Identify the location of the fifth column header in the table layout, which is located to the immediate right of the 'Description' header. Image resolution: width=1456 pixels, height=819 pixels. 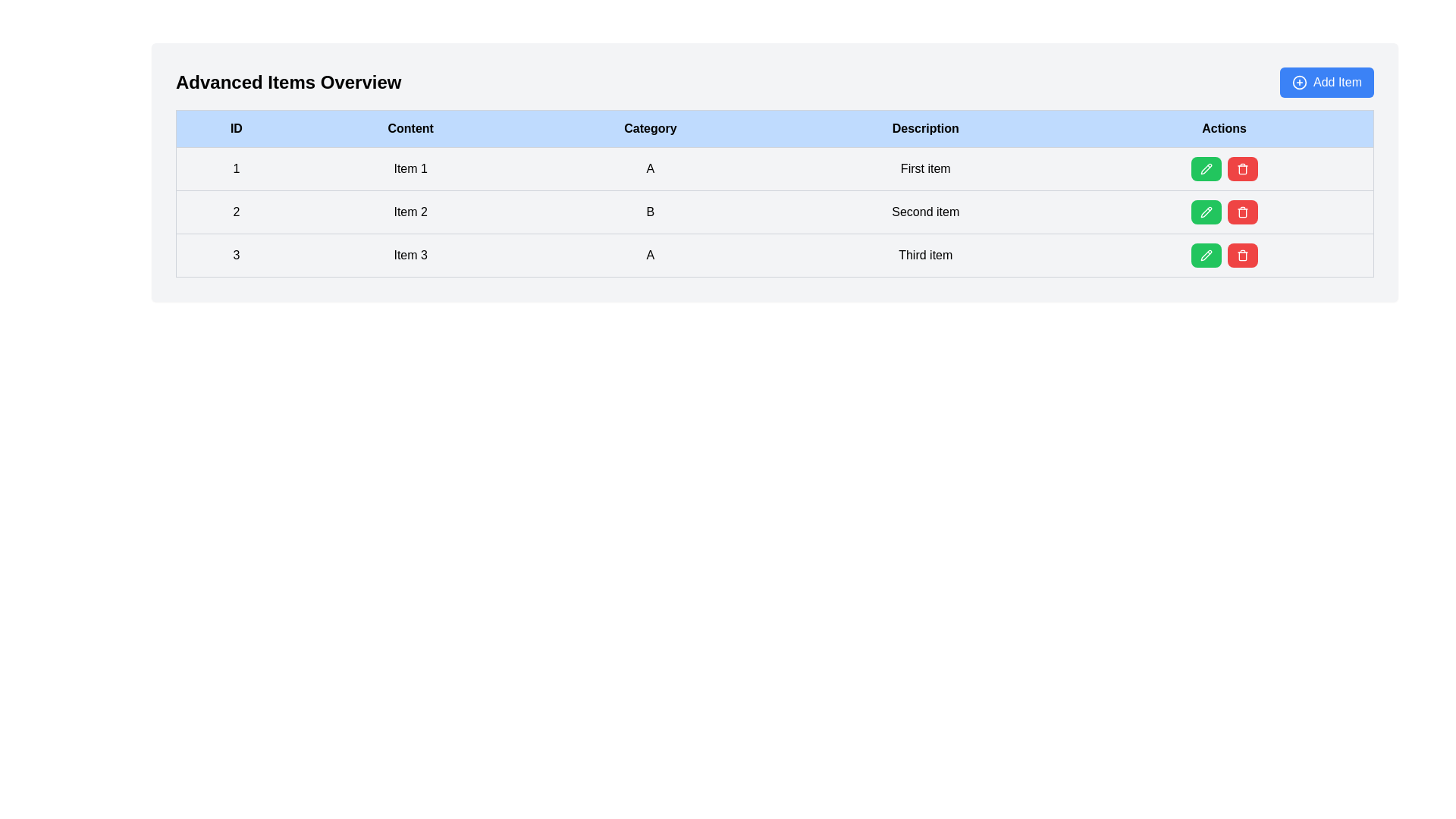
(1224, 127).